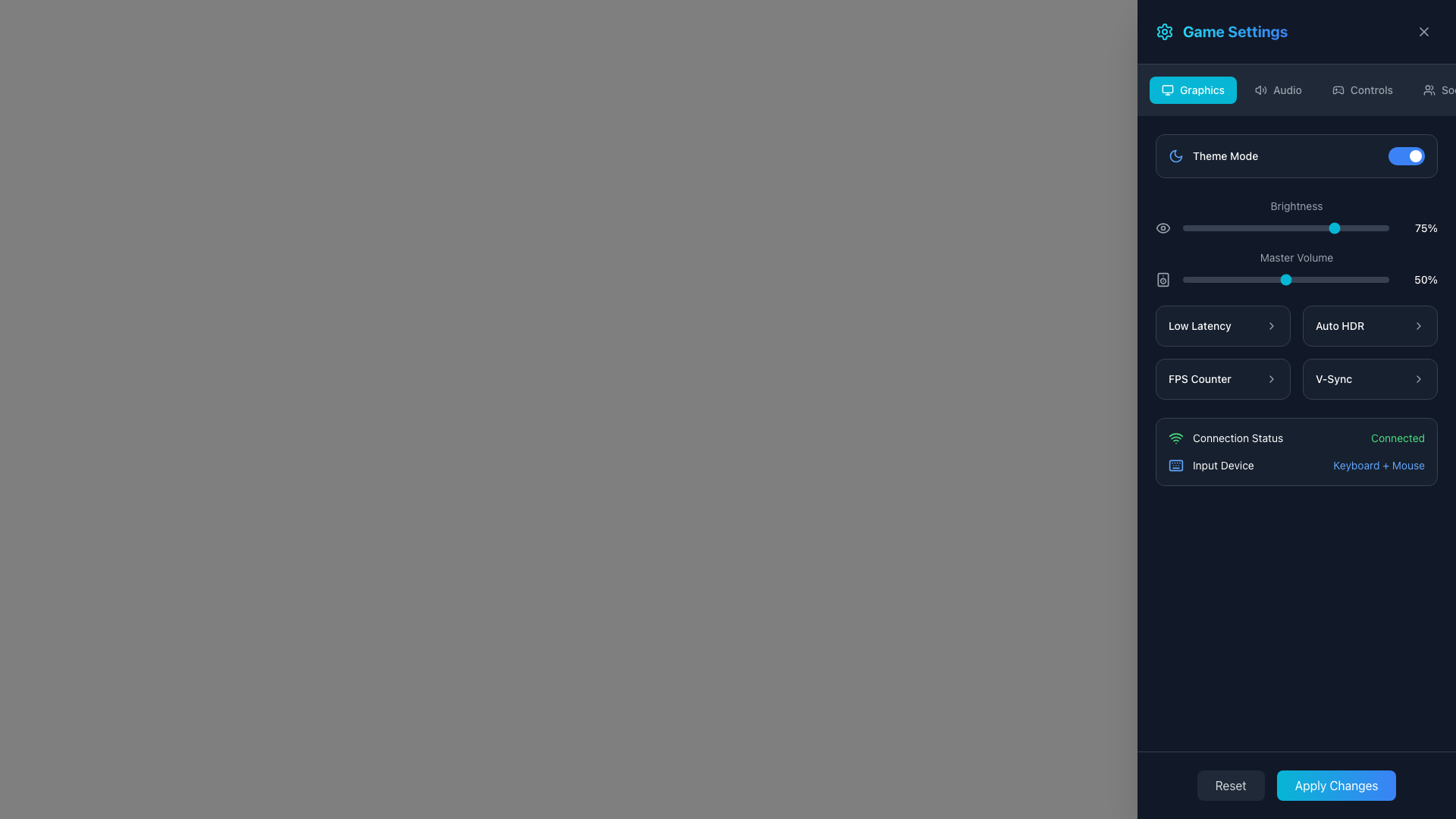 Image resolution: width=1456 pixels, height=819 pixels. I want to click on the close button located at the top-right corner of the dialog header to observe the style change, so click(1423, 32).